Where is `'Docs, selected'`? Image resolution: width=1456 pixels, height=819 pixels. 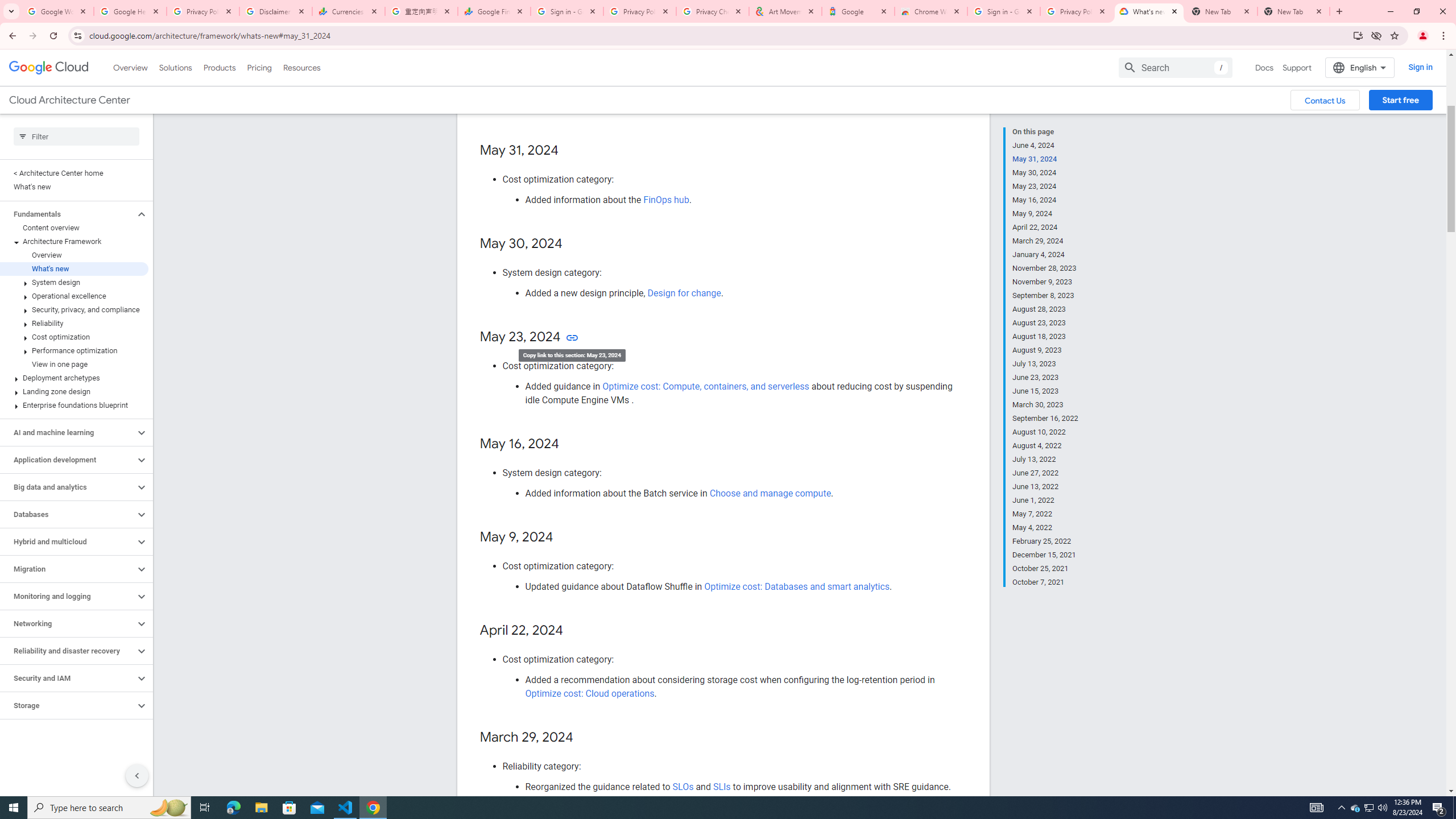
'Docs, selected' is located at coordinates (1264, 67).